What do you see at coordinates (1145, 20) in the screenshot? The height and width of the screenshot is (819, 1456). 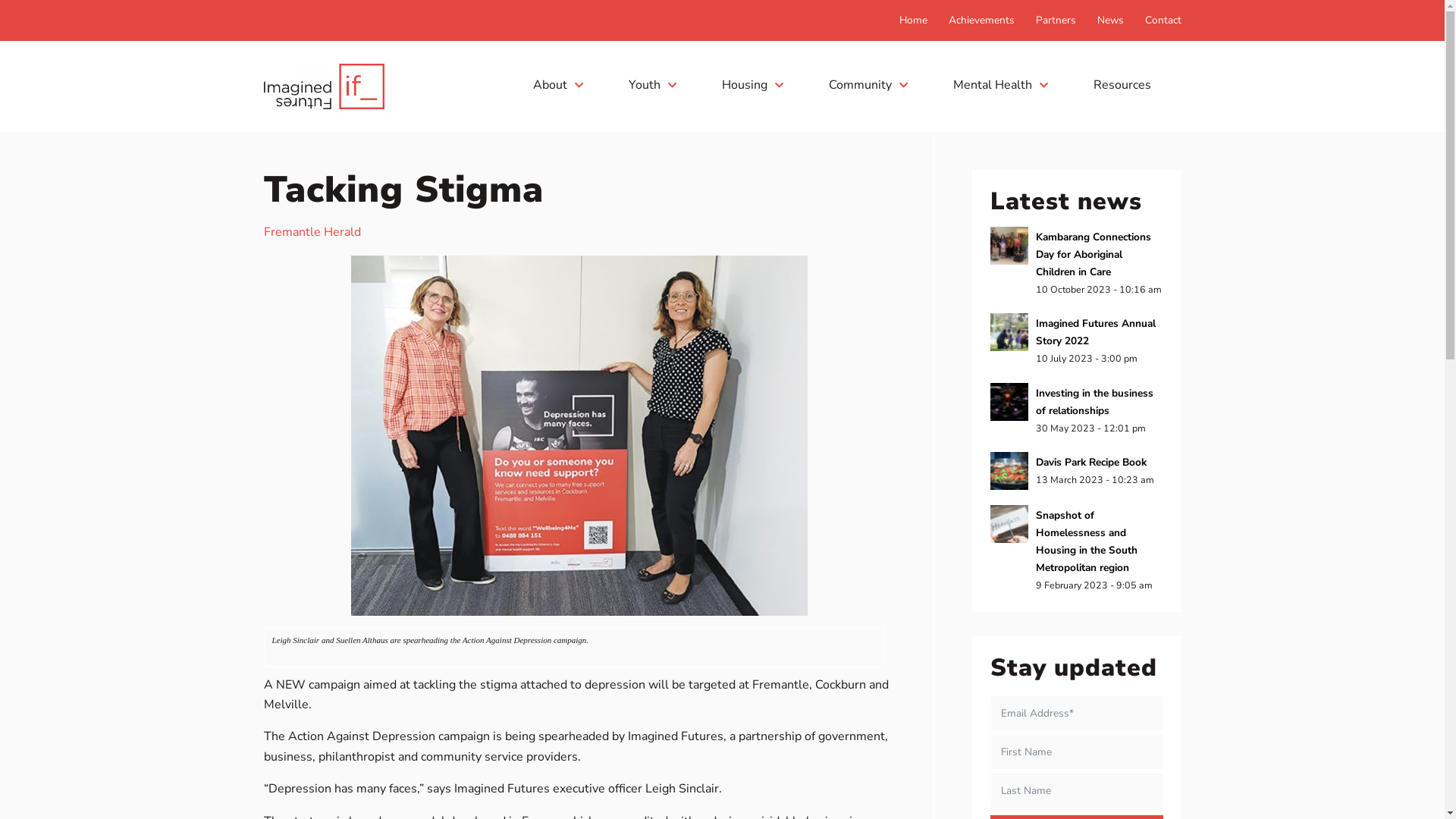 I see `'Contact'` at bounding box center [1145, 20].